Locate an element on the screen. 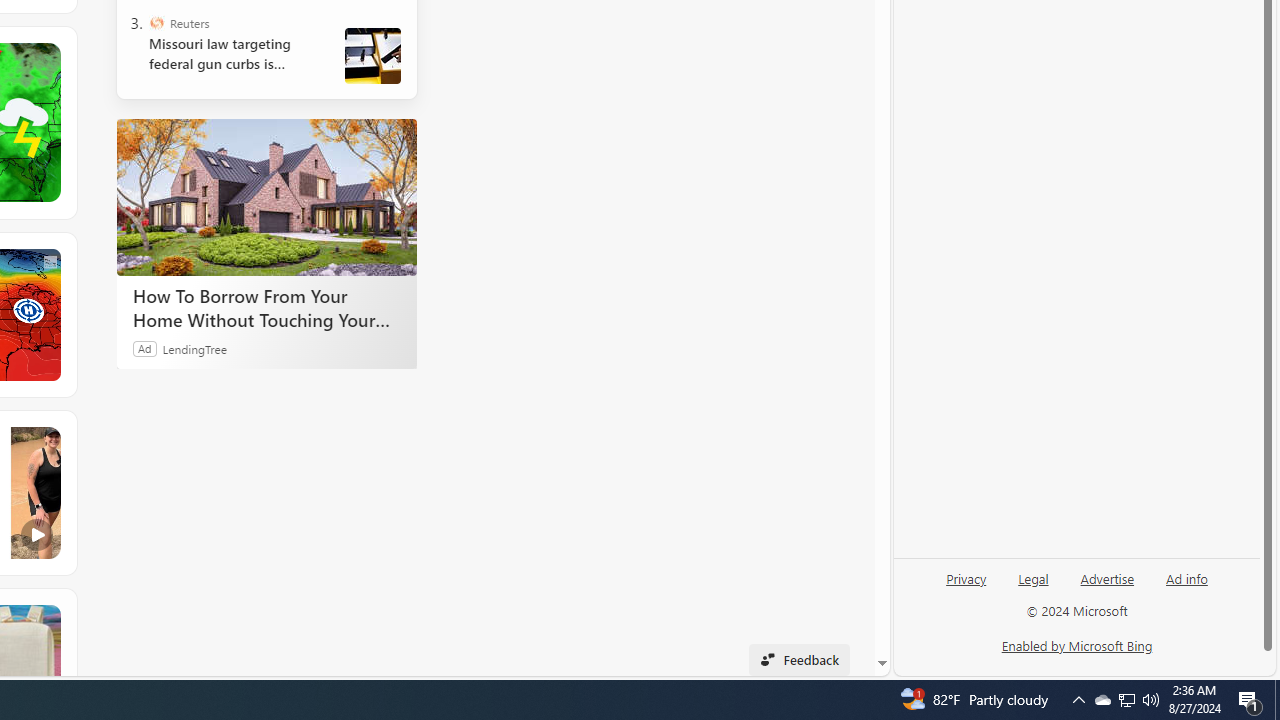  'Reuters' is located at coordinates (155, 23).